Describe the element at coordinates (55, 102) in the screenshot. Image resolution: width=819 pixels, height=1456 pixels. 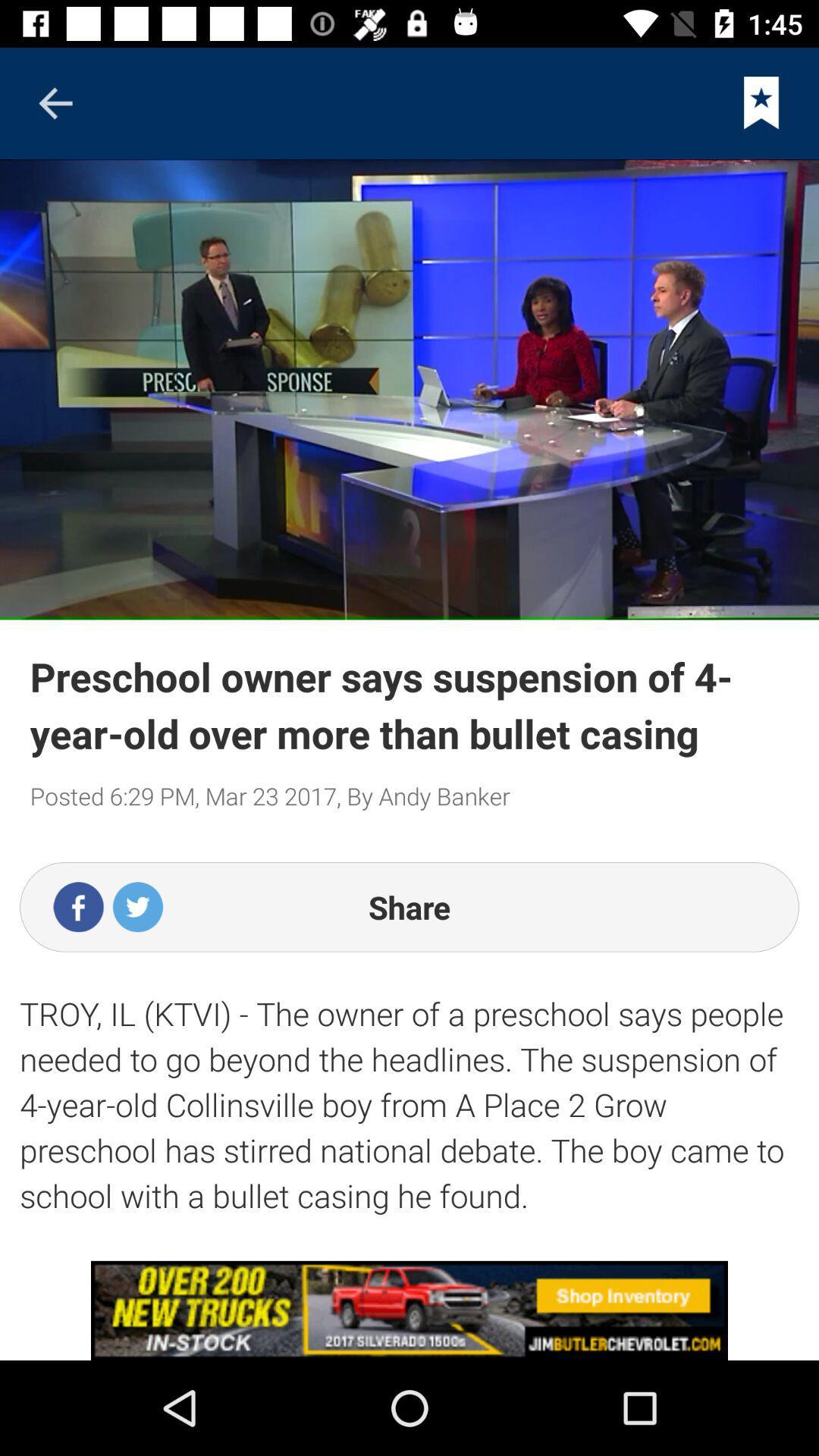
I see `the arrow_backward icon` at that location.